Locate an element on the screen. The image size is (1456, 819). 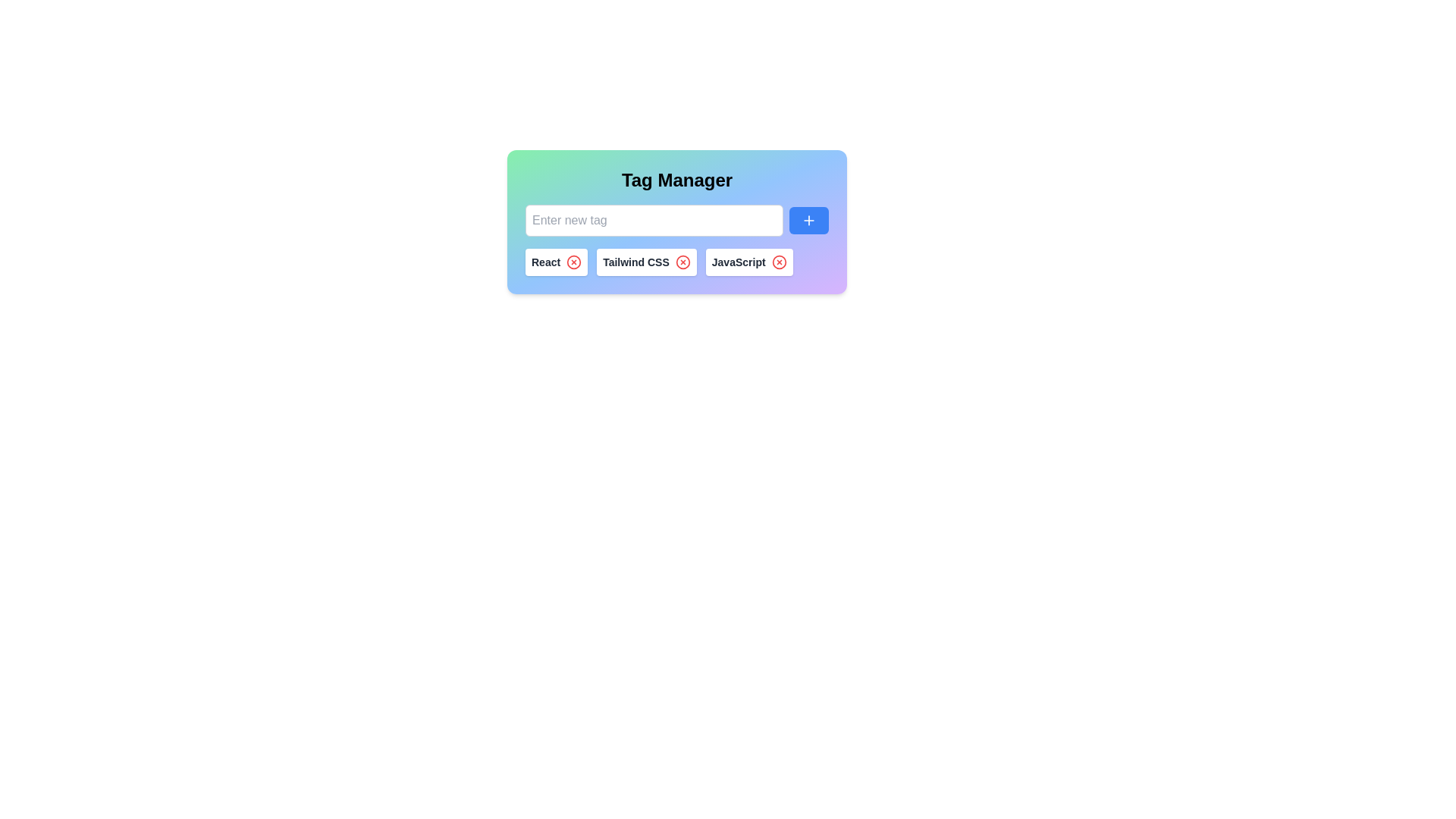
the input field to focus and allow text editing is located at coordinates (654, 220).